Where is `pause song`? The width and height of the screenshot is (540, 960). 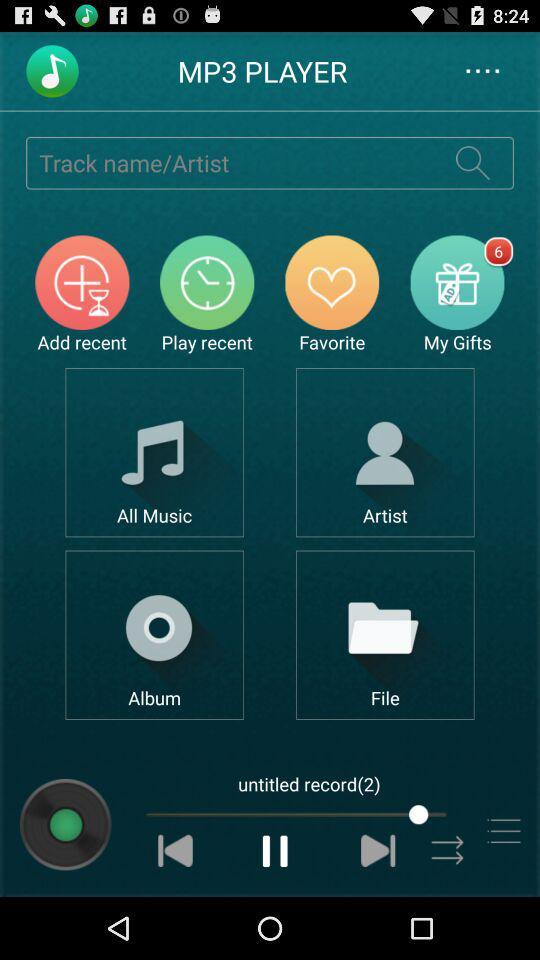 pause song is located at coordinates (275, 849).